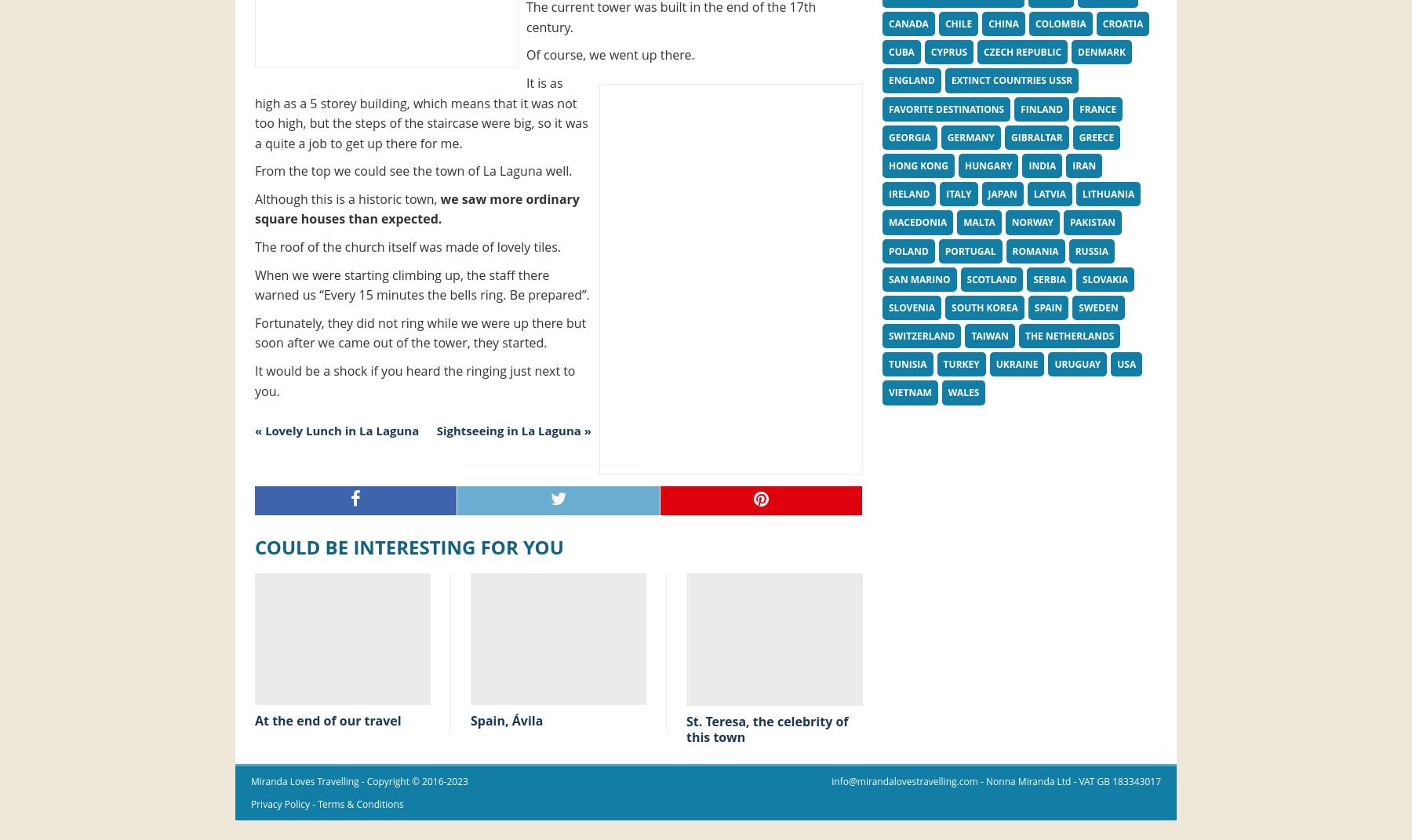 The image size is (1412, 840). I want to click on 'Spain, Ávila', so click(470, 719).